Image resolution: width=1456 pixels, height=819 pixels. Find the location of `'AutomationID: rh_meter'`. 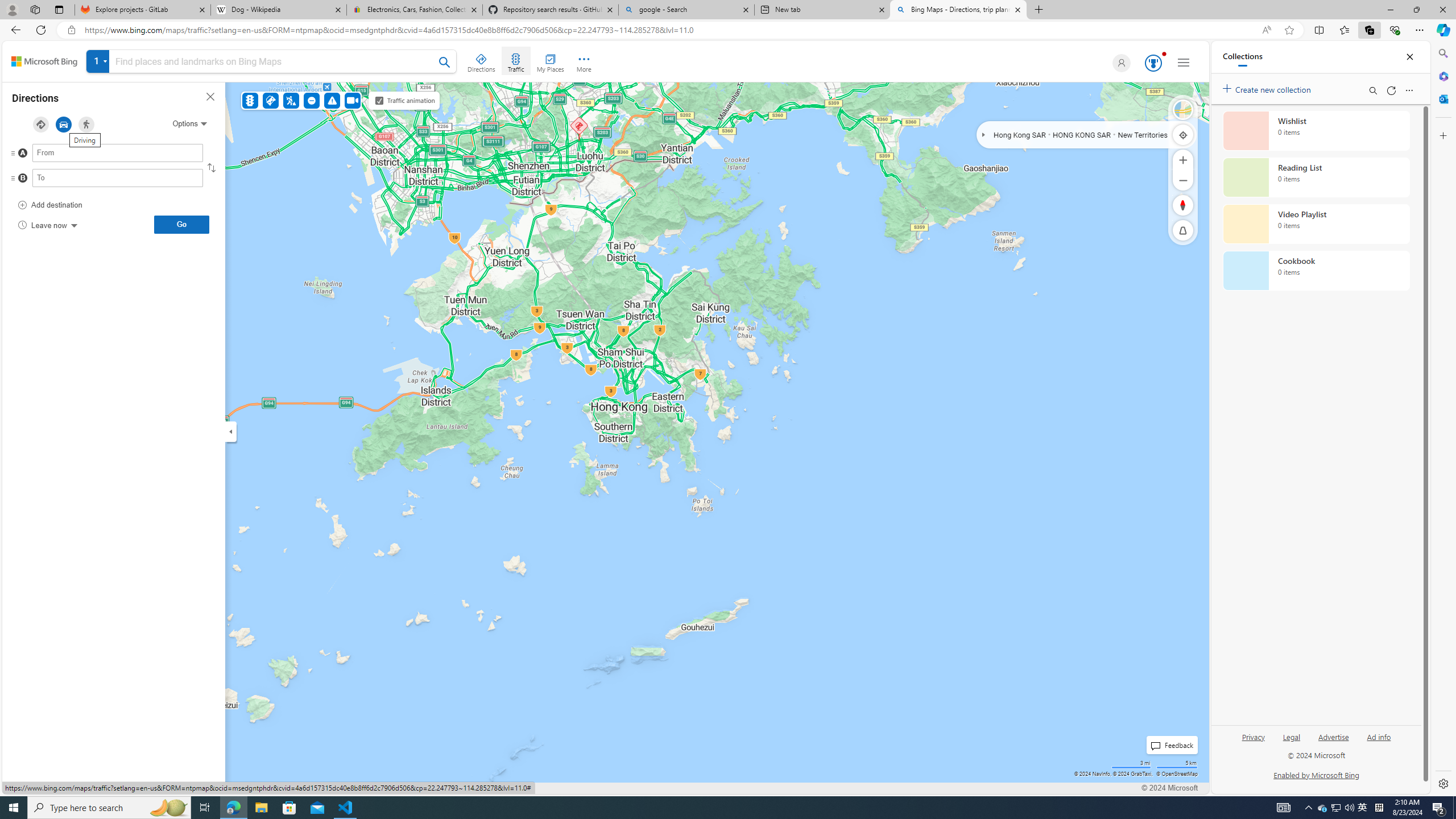

'AutomationID: rh_meter' is located at coordinates (1152, 63).